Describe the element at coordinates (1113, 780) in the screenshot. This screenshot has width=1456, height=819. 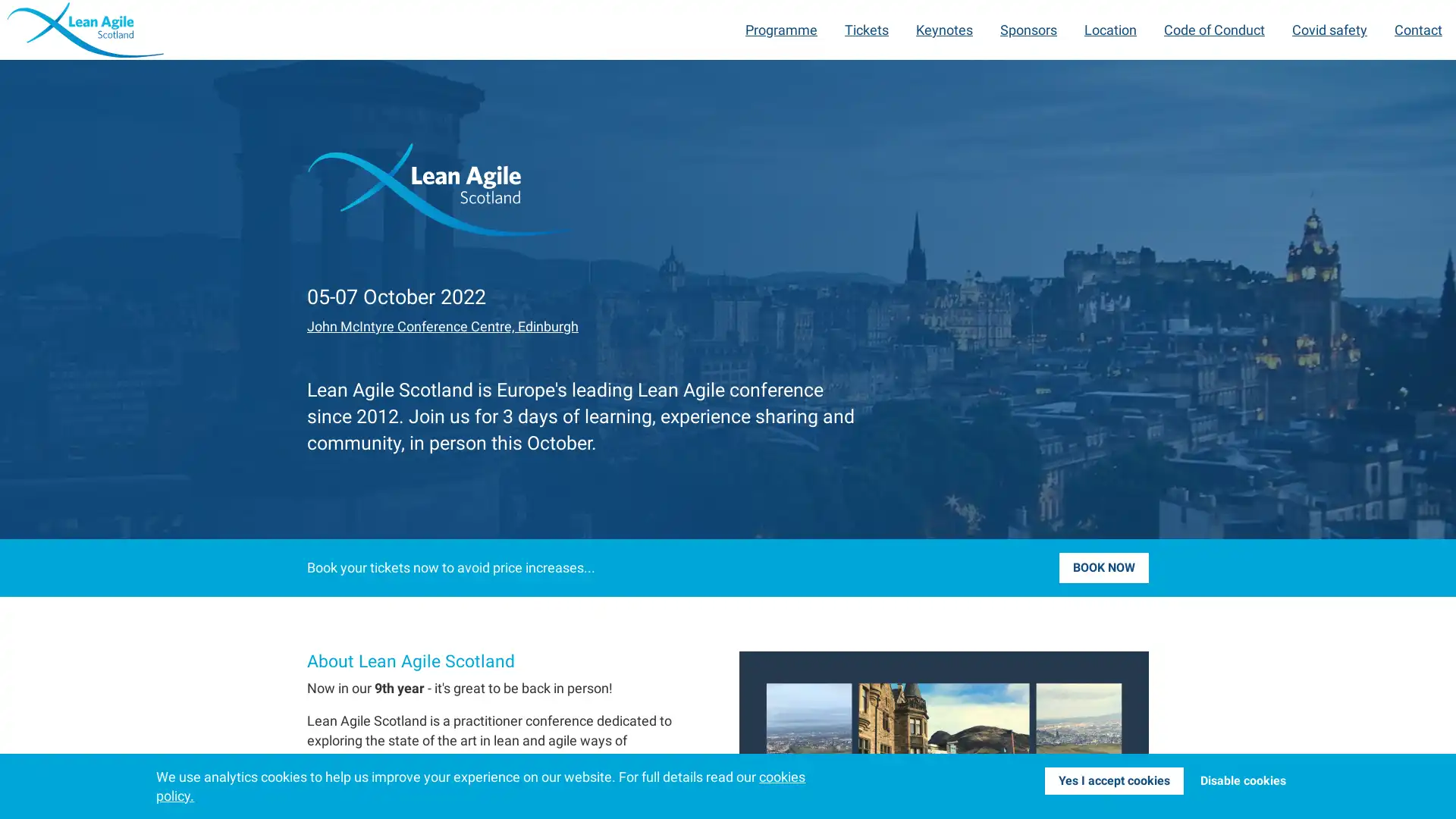
I see `Yes I accept cookies` at that location.